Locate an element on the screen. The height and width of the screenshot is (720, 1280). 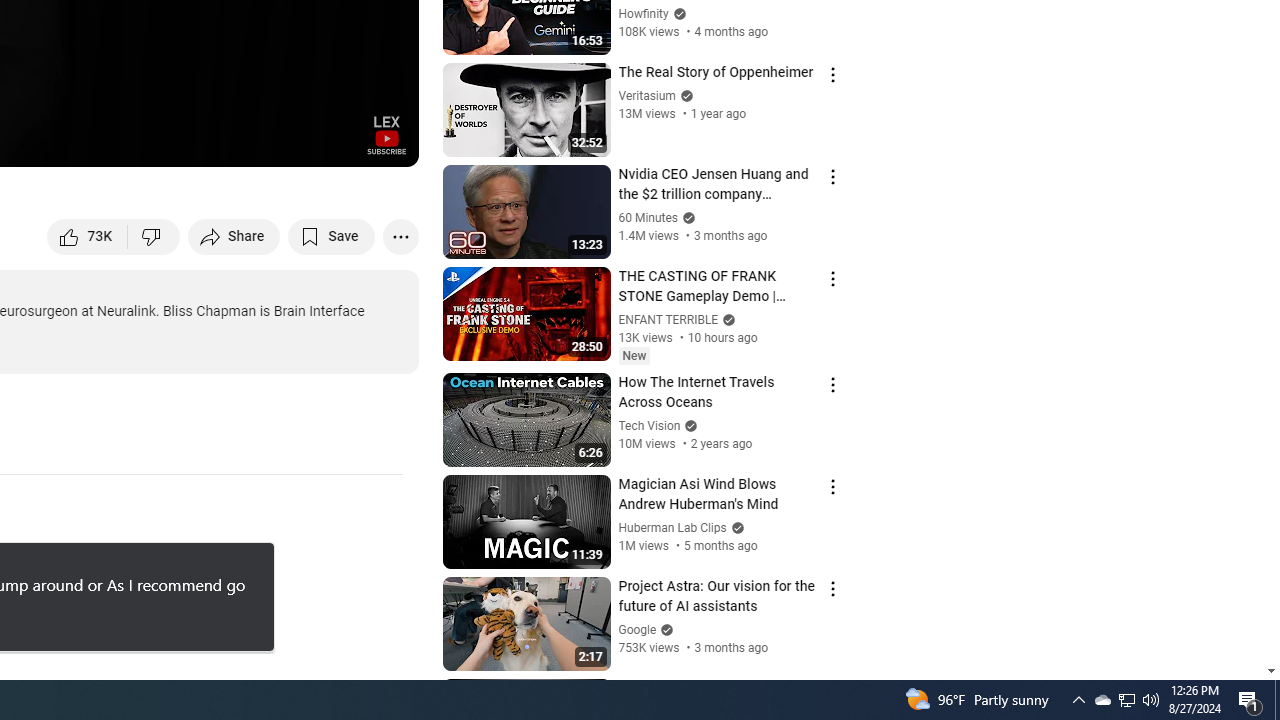
'Channel watermark' is located at coordinates (386, 135).